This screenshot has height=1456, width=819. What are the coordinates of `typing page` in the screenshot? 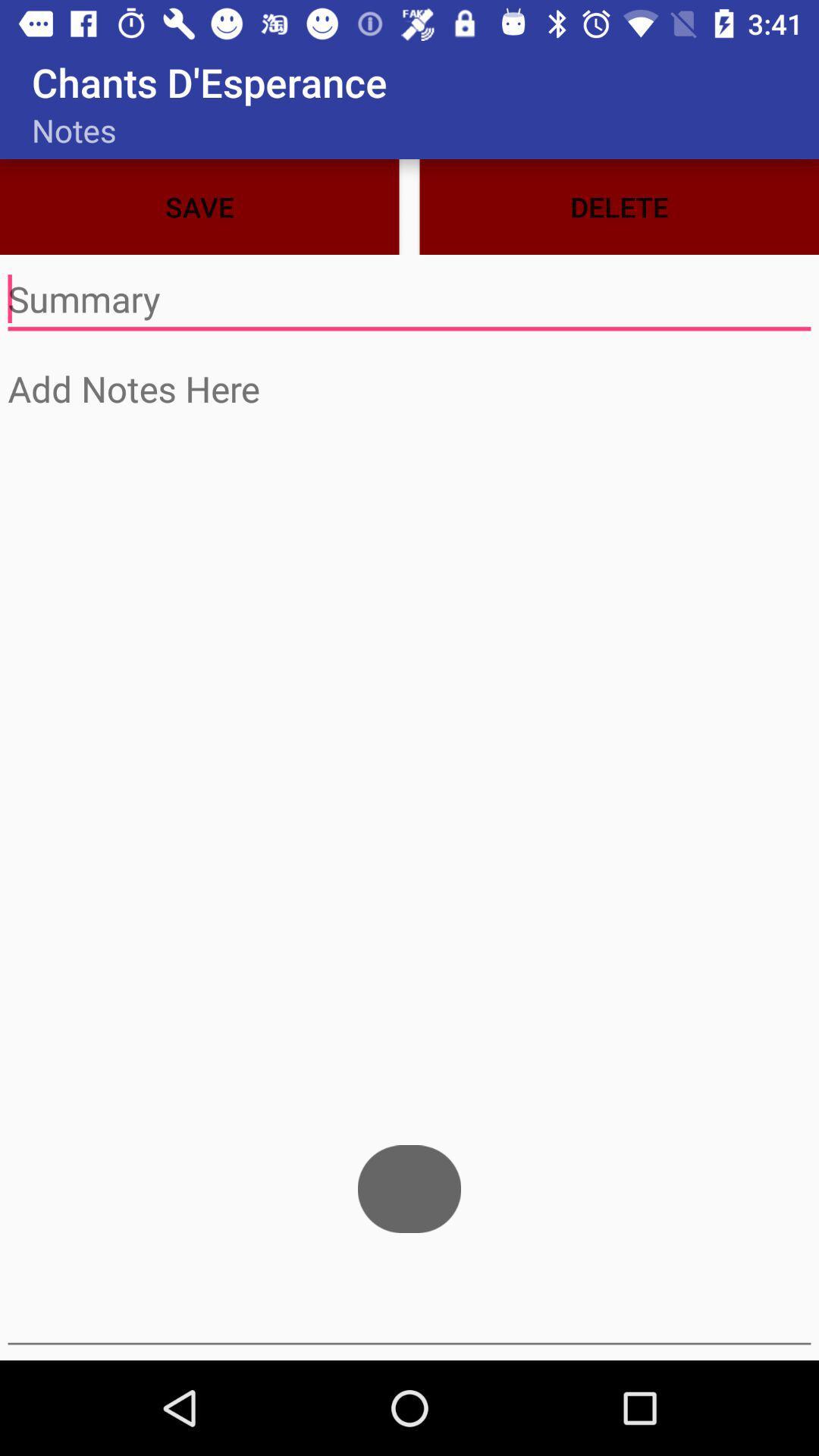 It's located at (409, 852).